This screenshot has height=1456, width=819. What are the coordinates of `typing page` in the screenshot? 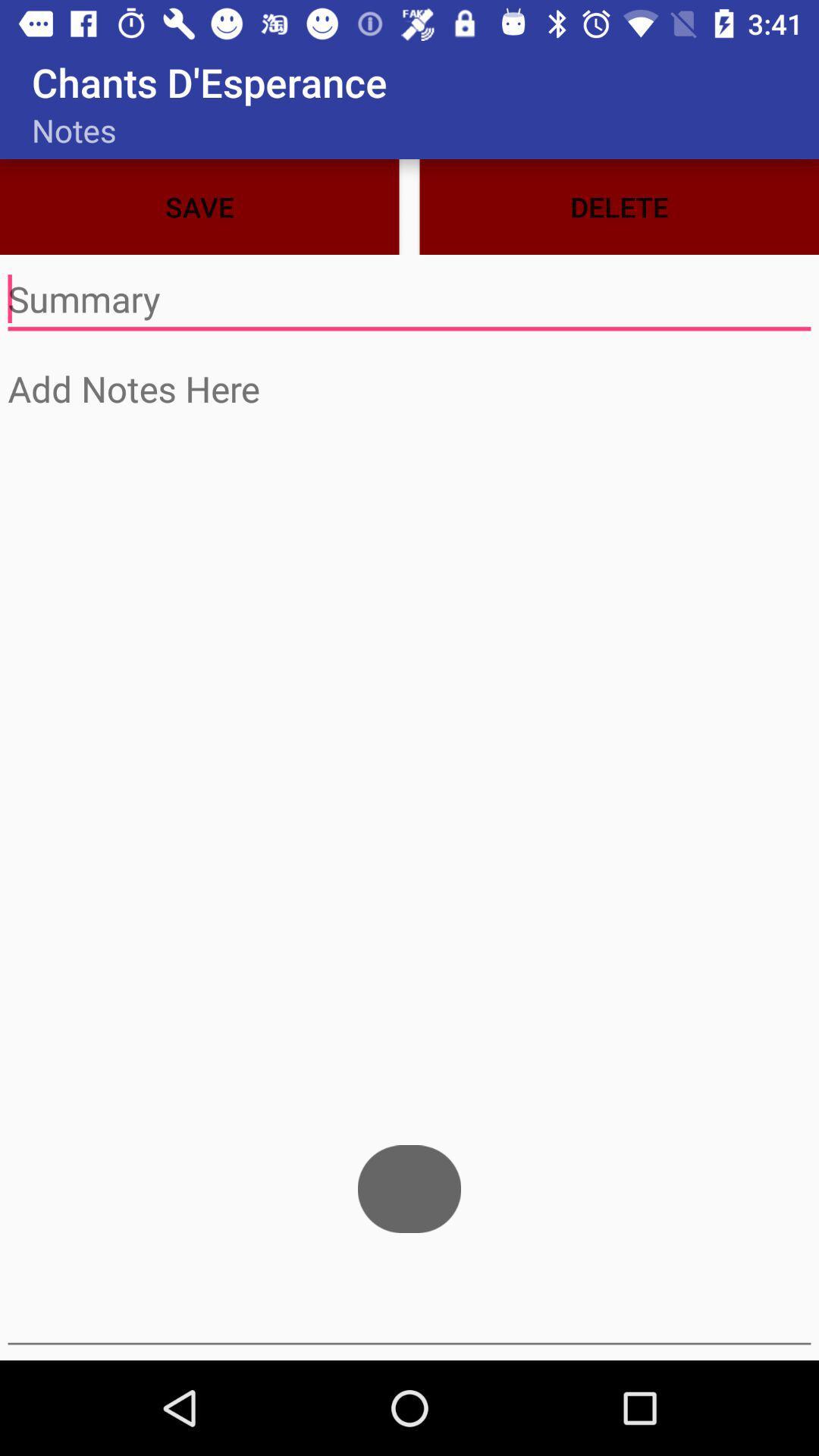 It's located at (409, 852).